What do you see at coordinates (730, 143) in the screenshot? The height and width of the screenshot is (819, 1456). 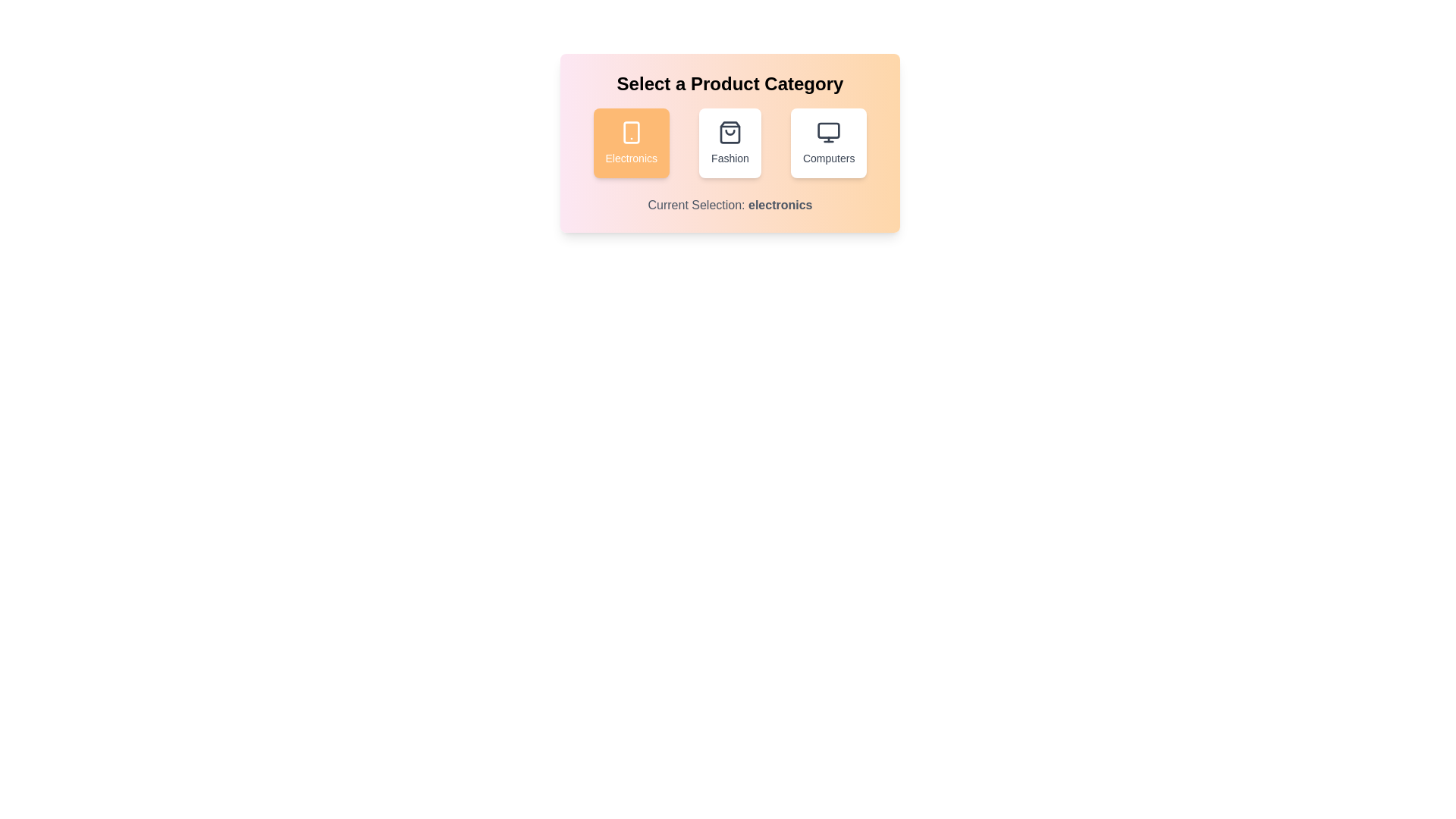 I see `the 'Fashion' button to select the Fashion category` at bounding box center [730, 143].